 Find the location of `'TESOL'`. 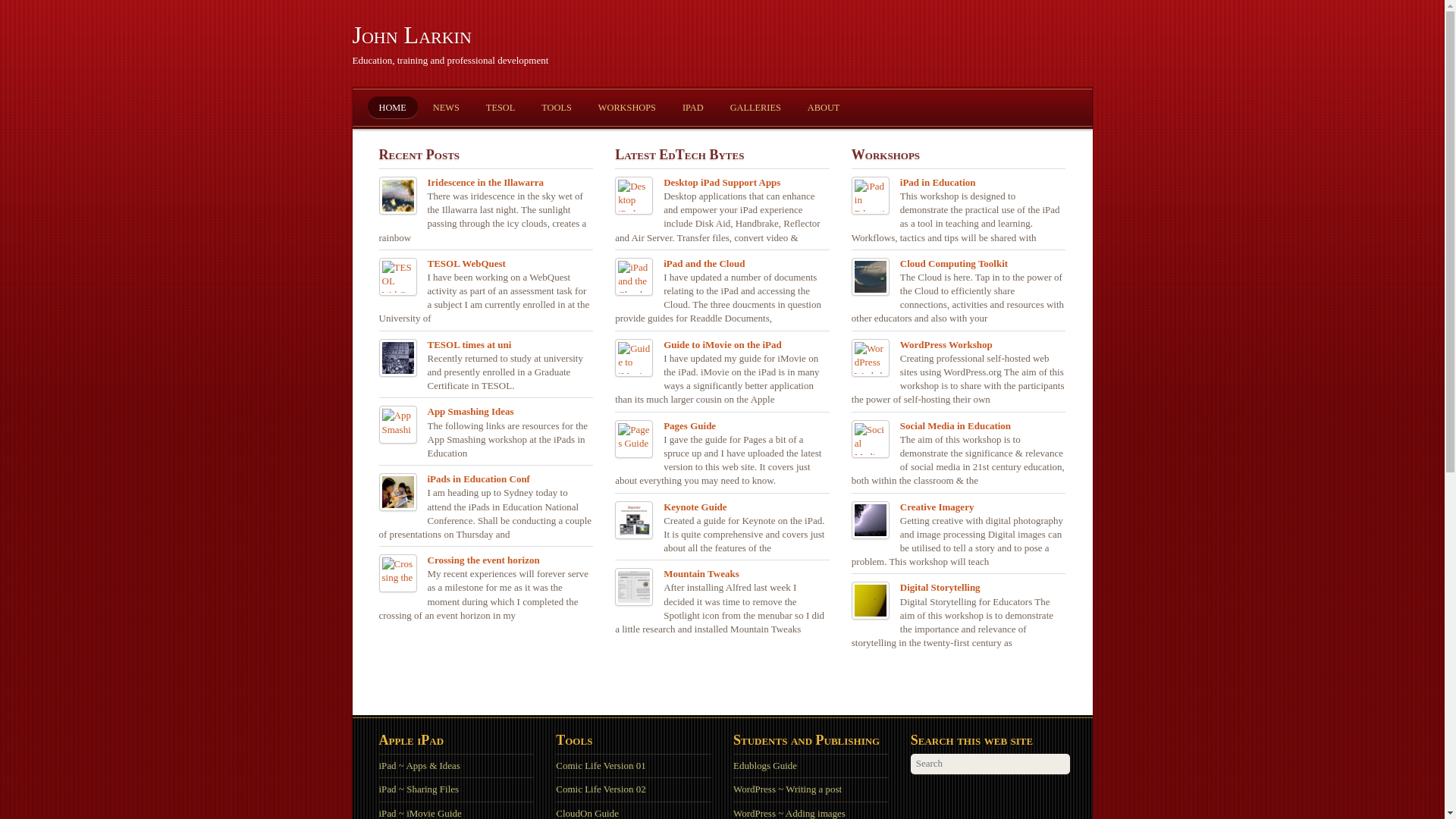

'TESOL' is located at coordinates (473, 107).